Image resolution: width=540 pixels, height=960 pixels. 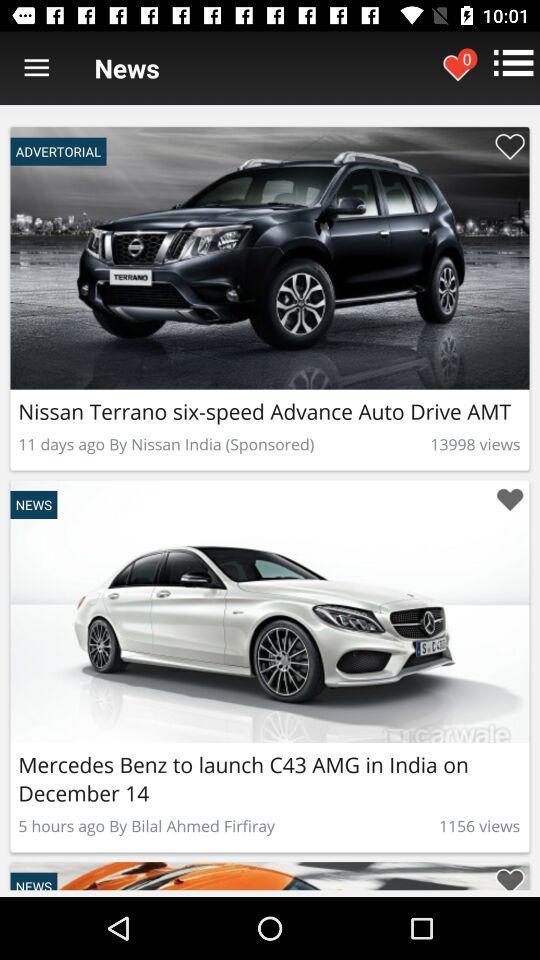 I want to click on like c43 amg, so click(x=509, y=875).